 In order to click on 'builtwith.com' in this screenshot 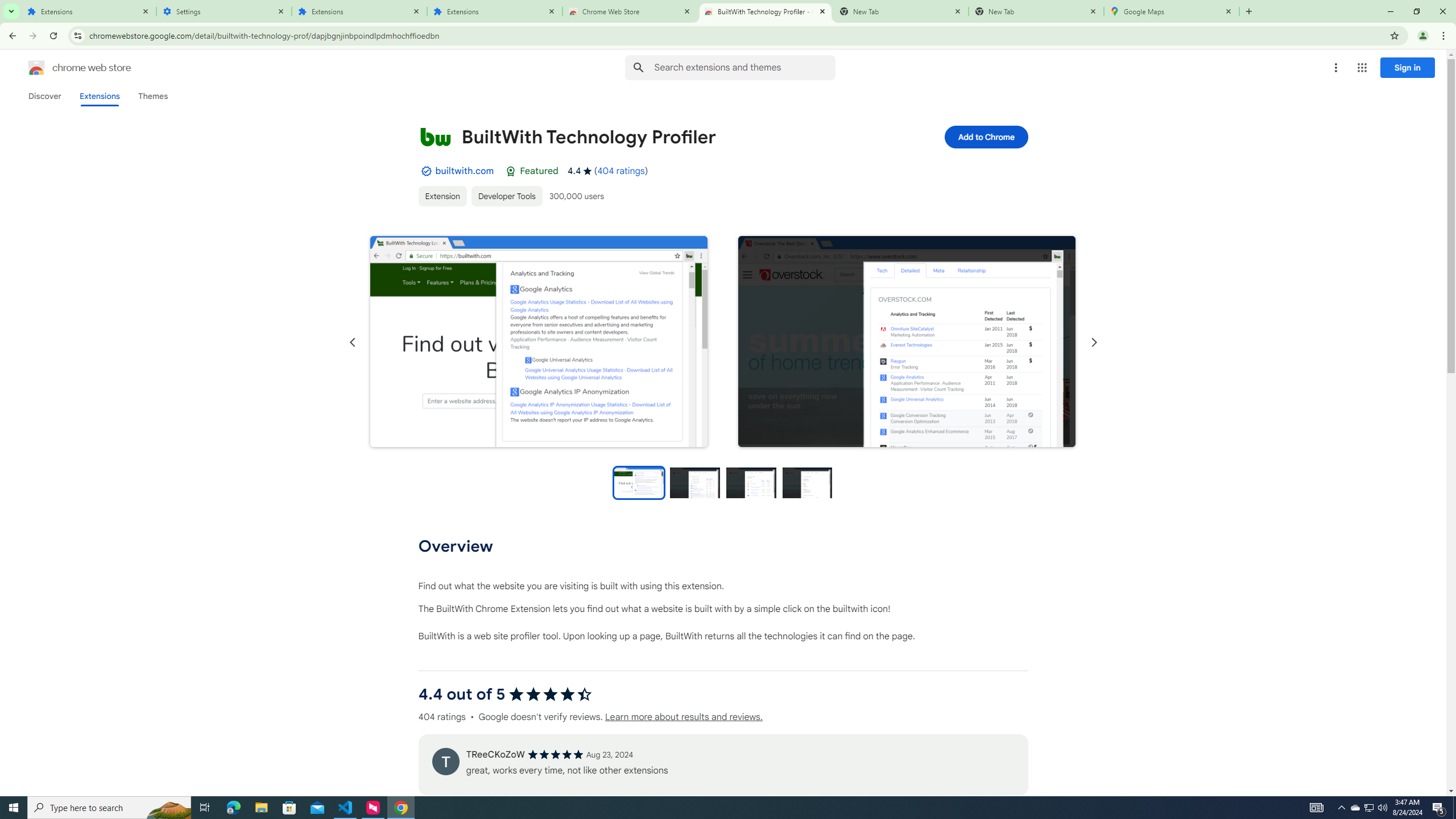, I will do `click(464, 170)`.